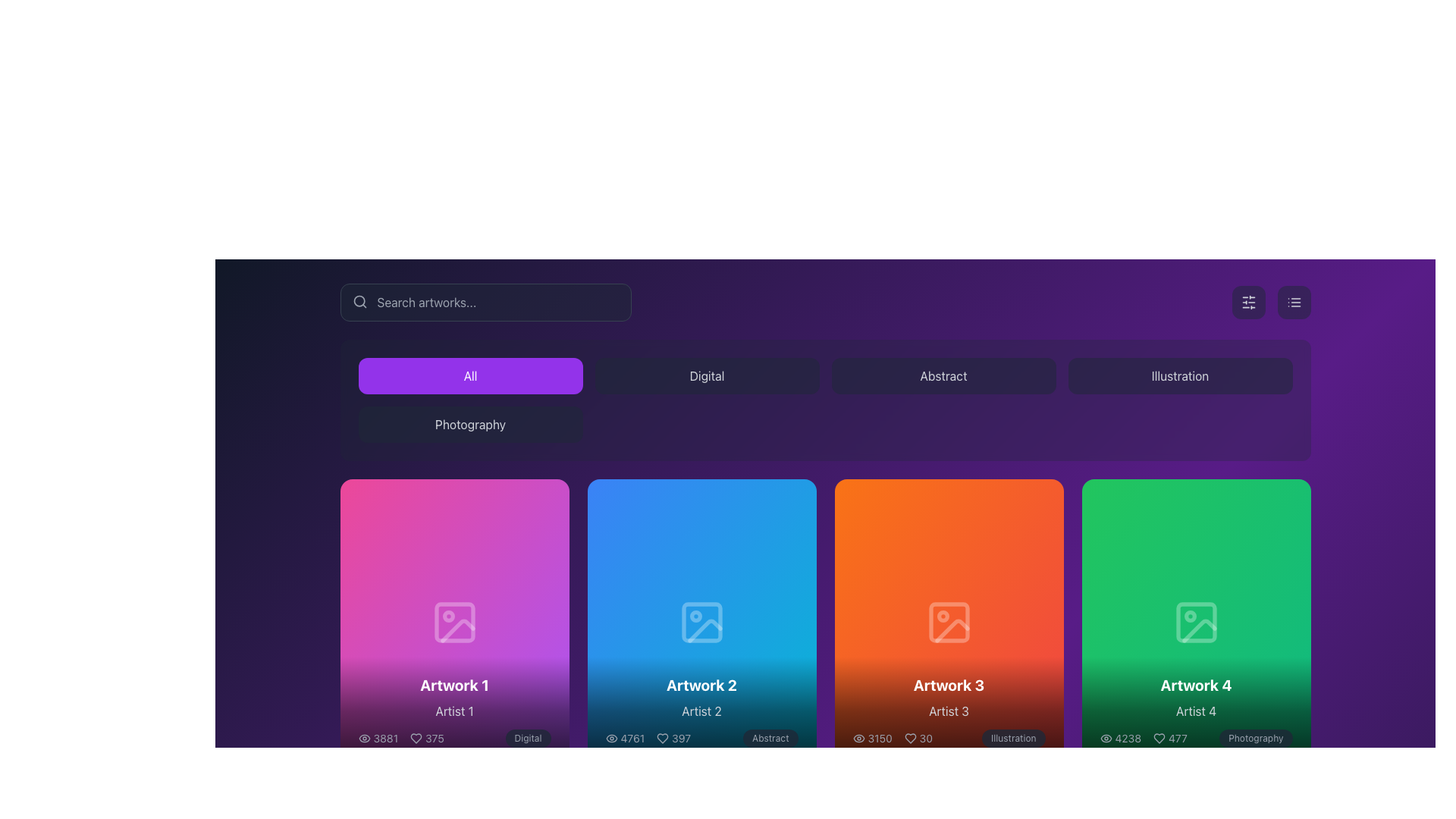 The image size is (1456, 819). I want to click on the magnifying glass icon, so click(358, 301).